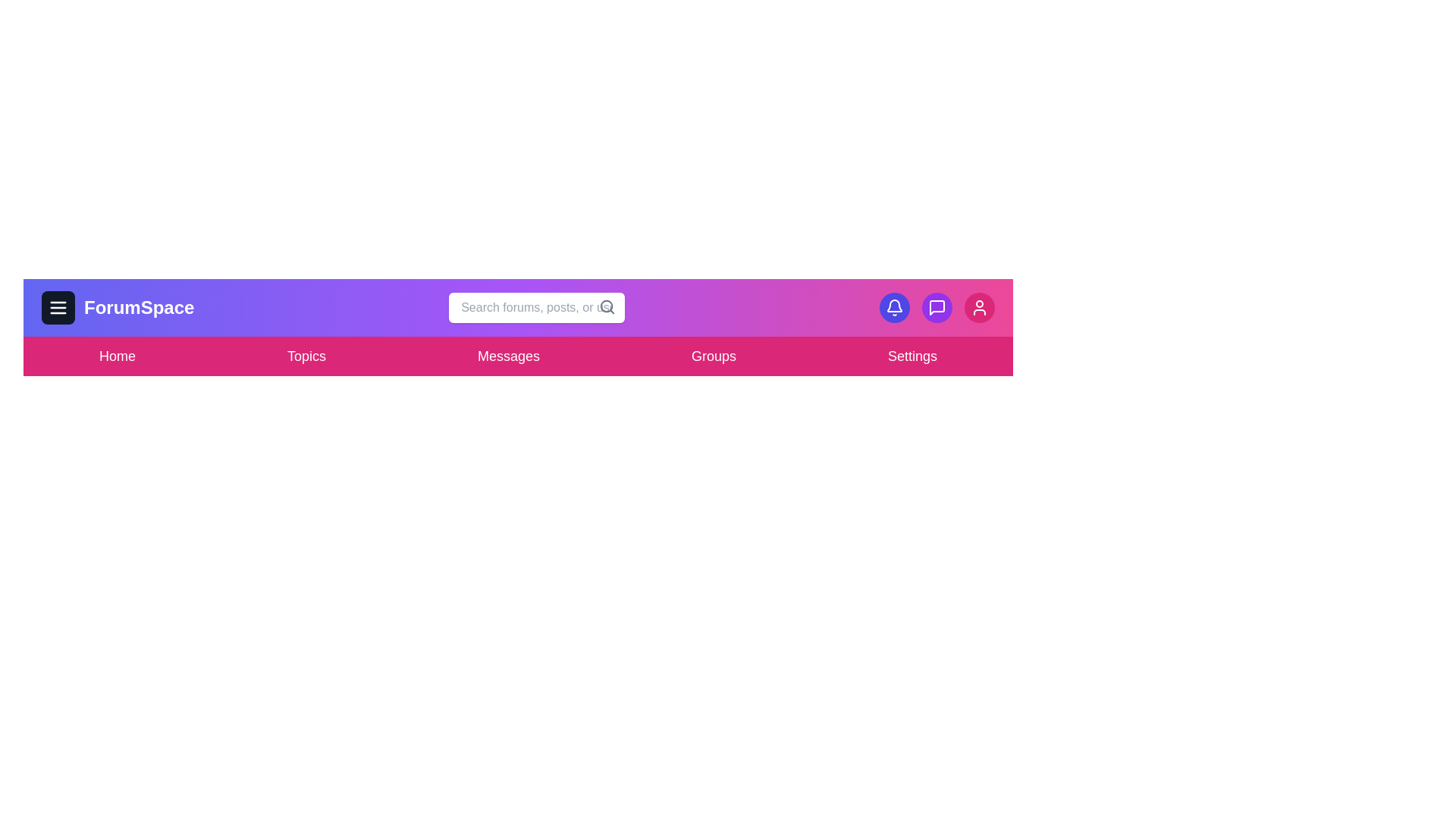 The height and width of the screenshot is (819, 1456). I want to click on the Settings menu item to navigate to its section, so click(912, 356).